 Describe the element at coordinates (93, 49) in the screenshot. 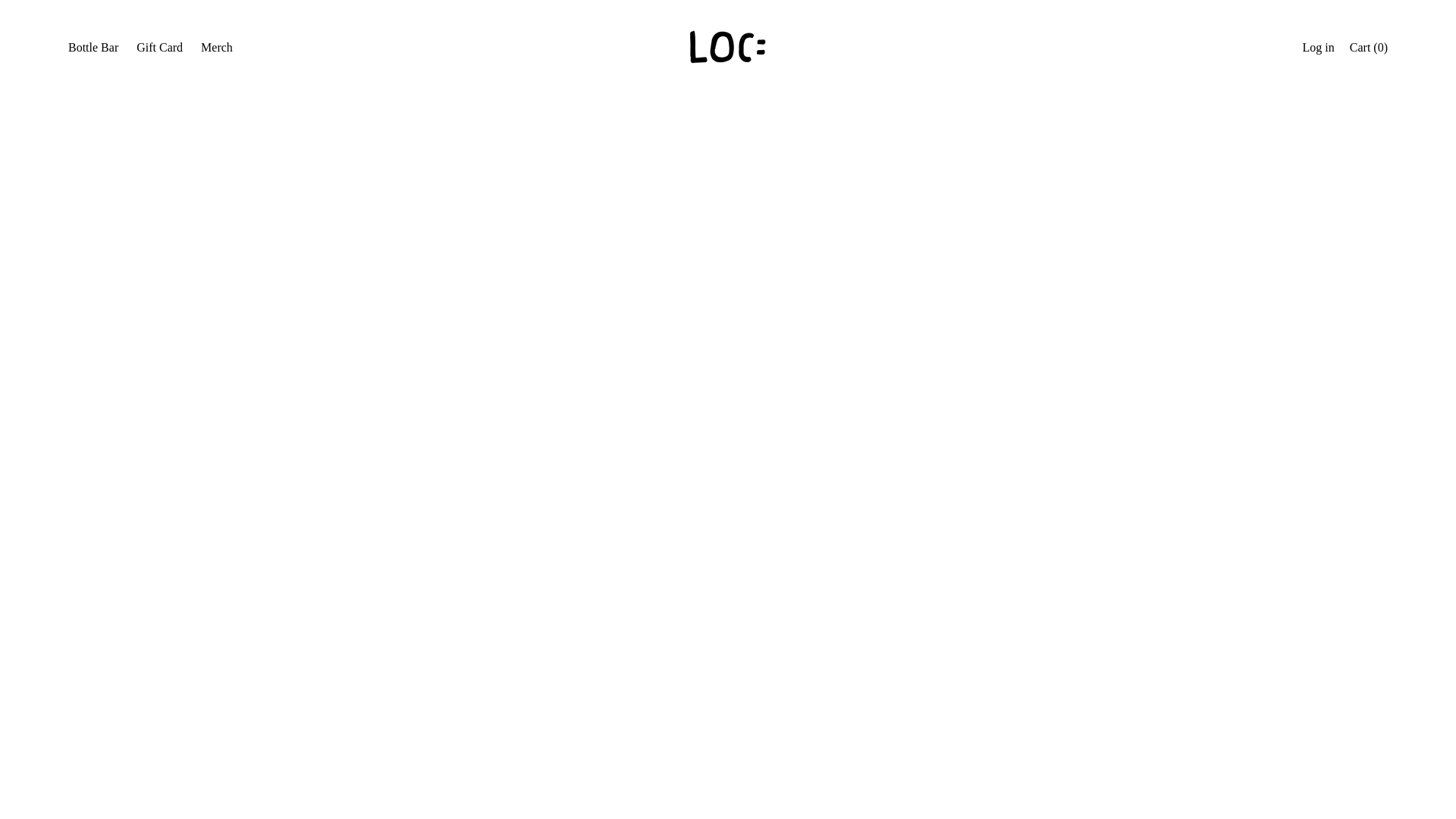

I see `'Bottle Bar'` at that location.